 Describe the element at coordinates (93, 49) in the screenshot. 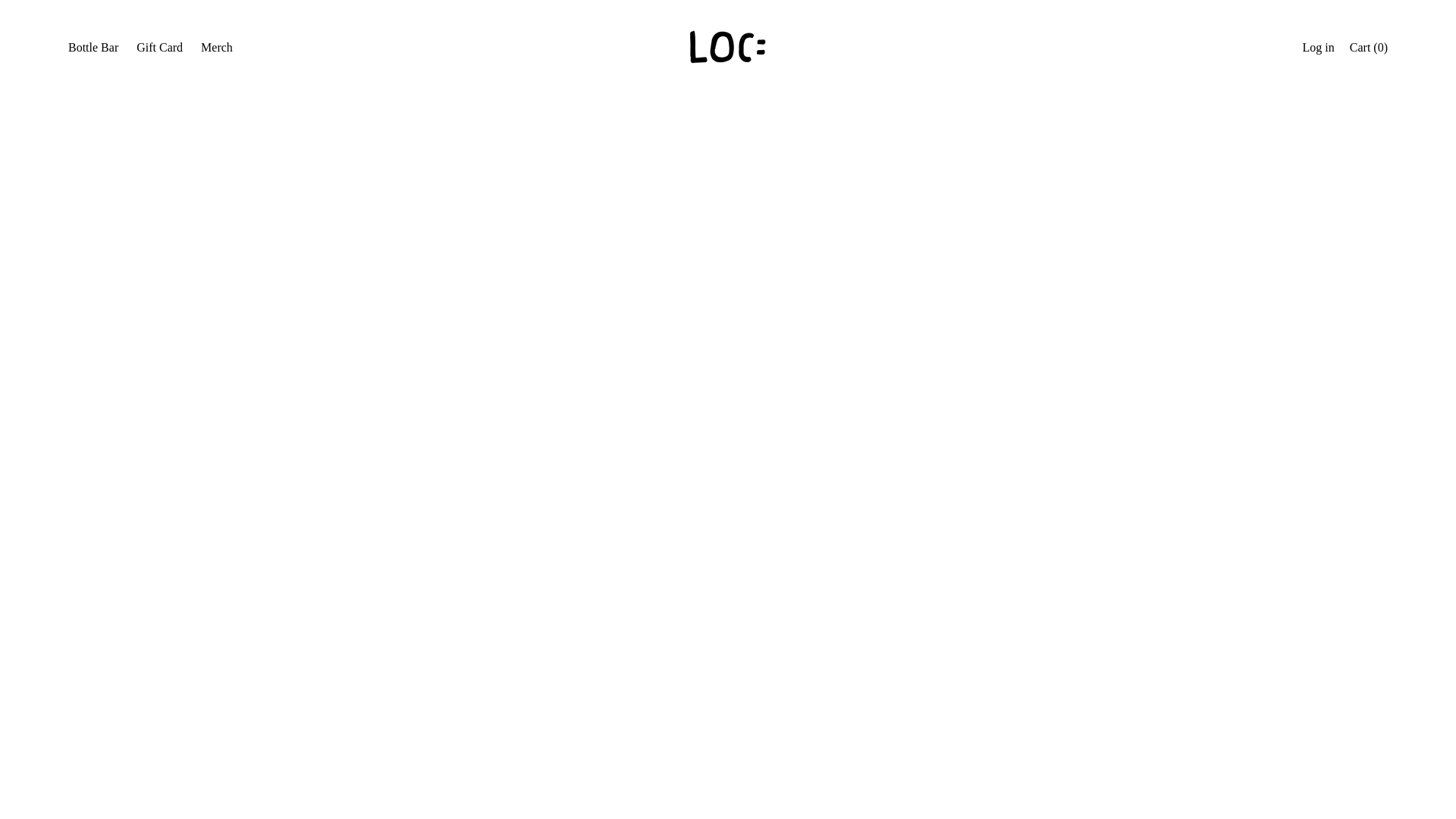

I see `'Bottle Bar'` at that location.